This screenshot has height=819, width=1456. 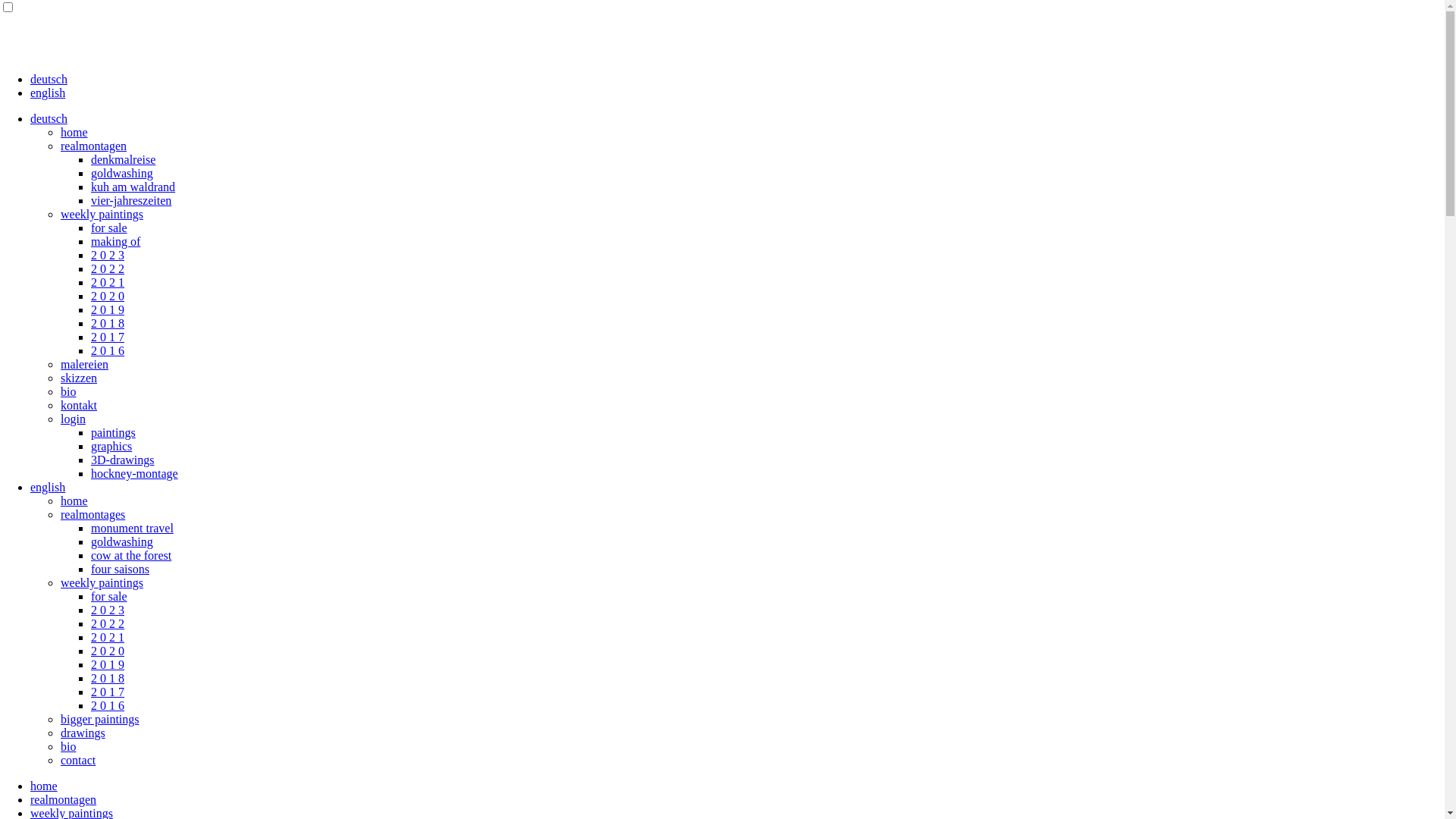 I want to click on '2 0 1 8', so click(x=107, y=322).